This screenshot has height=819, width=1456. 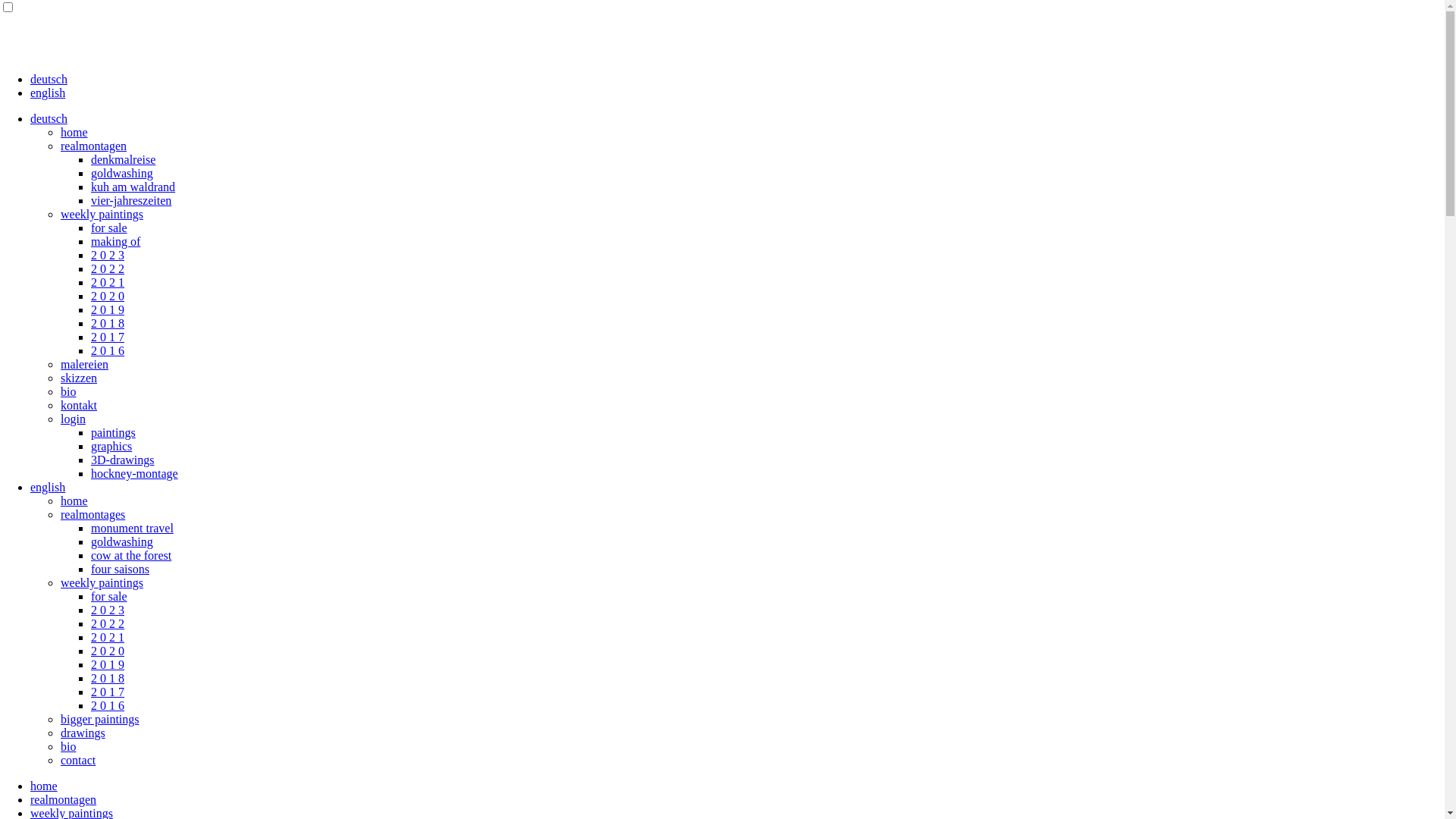 I want to click on '2 0 1 8', so click(x=107, y=322).